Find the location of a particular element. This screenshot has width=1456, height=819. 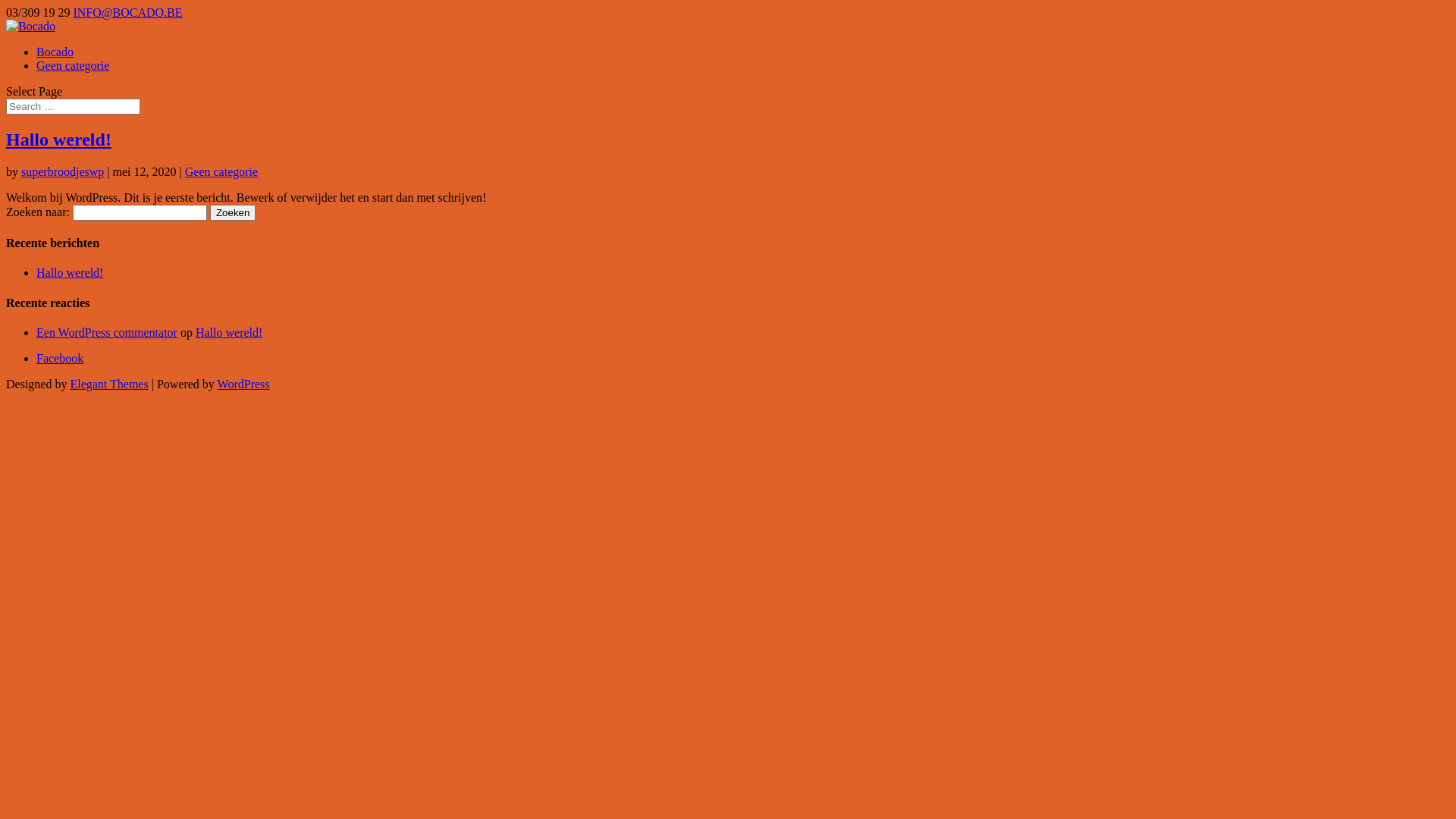

'Een WordPress commentator' is located at coordinates (105, 331).